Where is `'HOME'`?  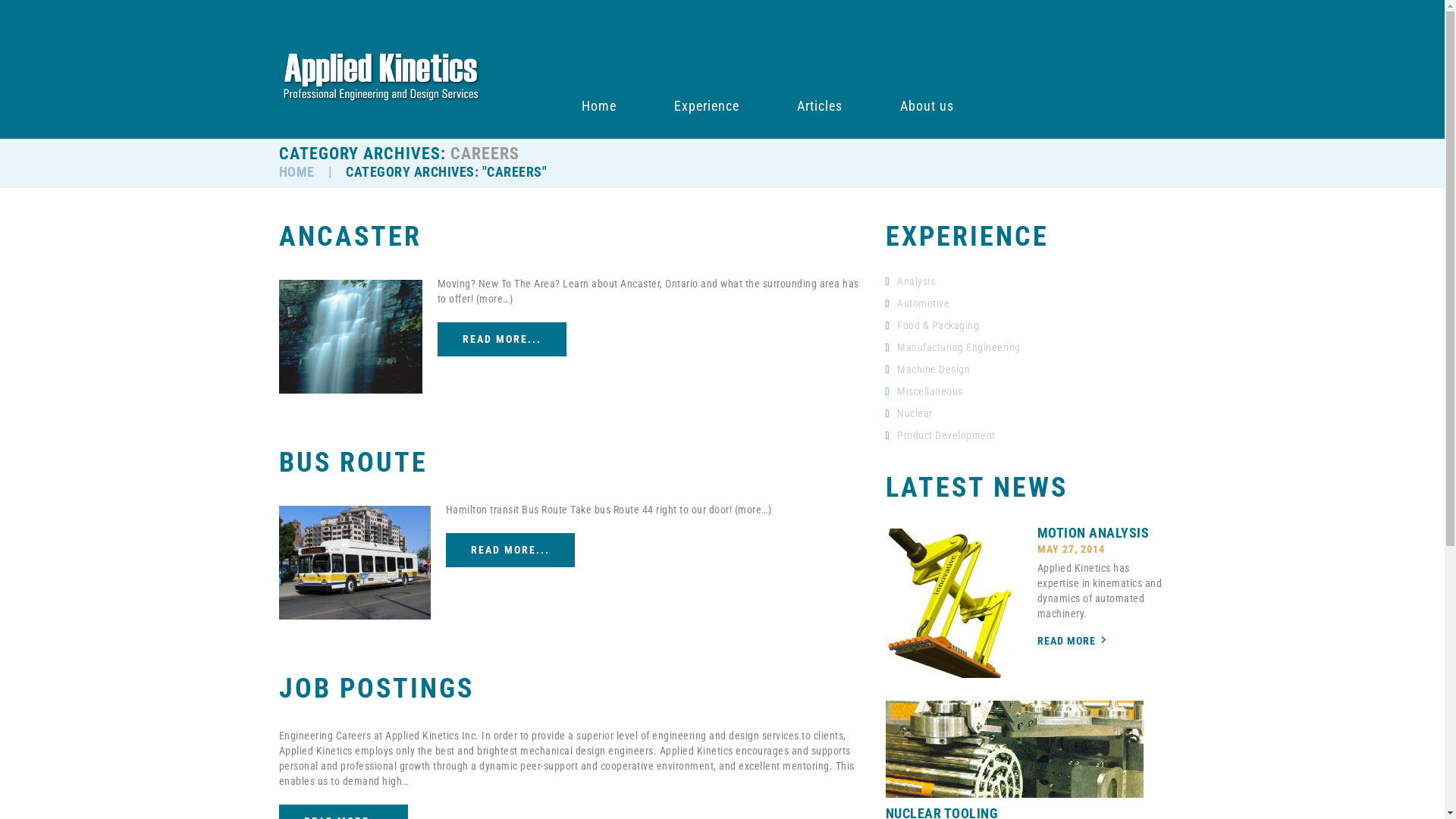 'HOME' is located at coordinates (297, 171).